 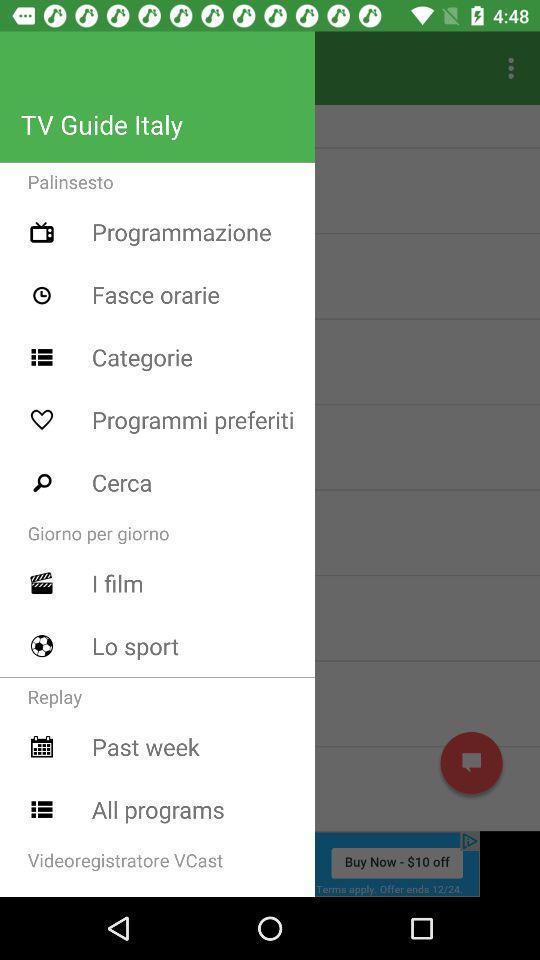 I want to click on the icon to the left of i film, so click(x=42, y=583).